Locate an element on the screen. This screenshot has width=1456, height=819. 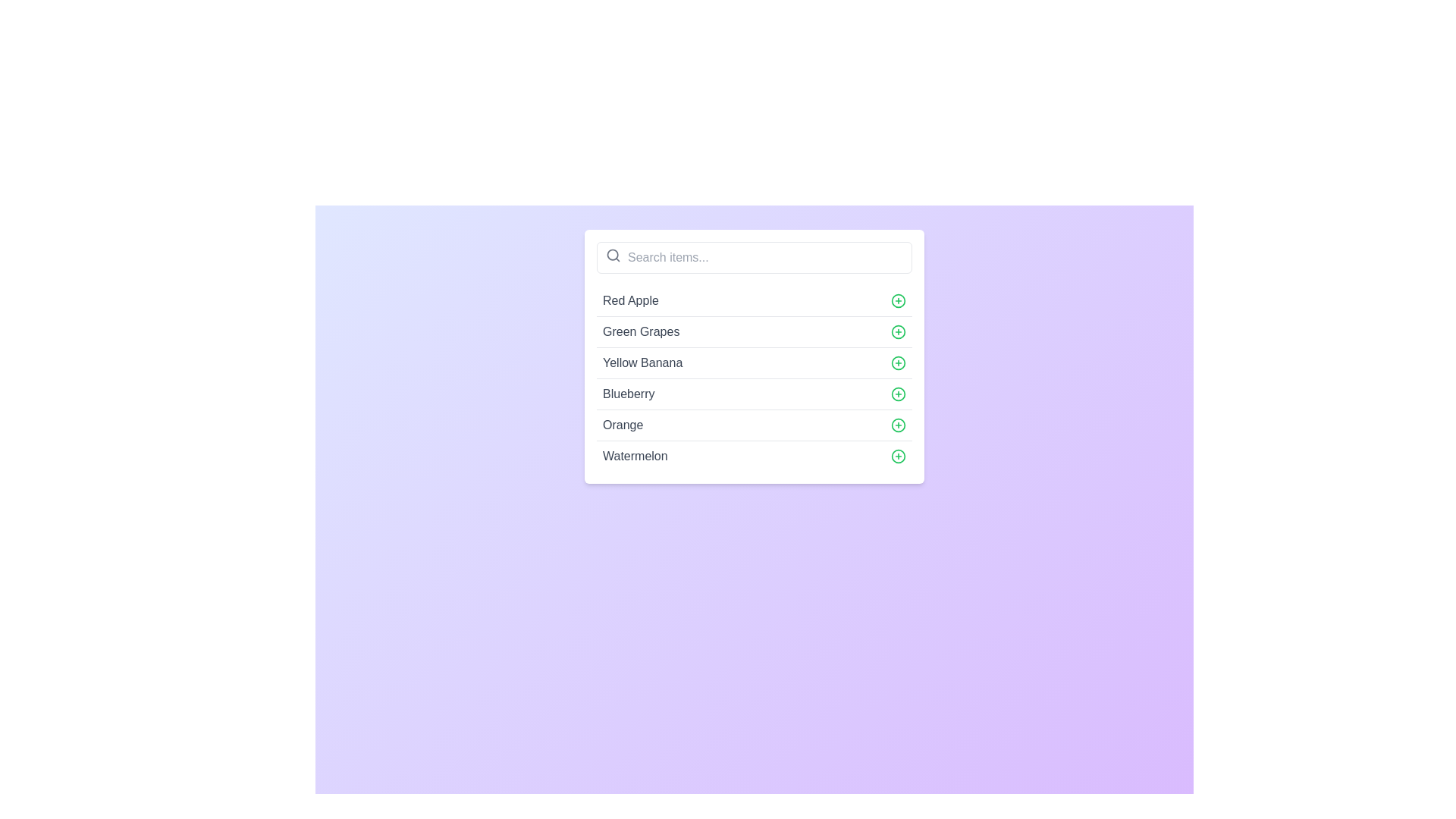
the list item with the text 'Blueberry' is located at coordinates (754, 393).